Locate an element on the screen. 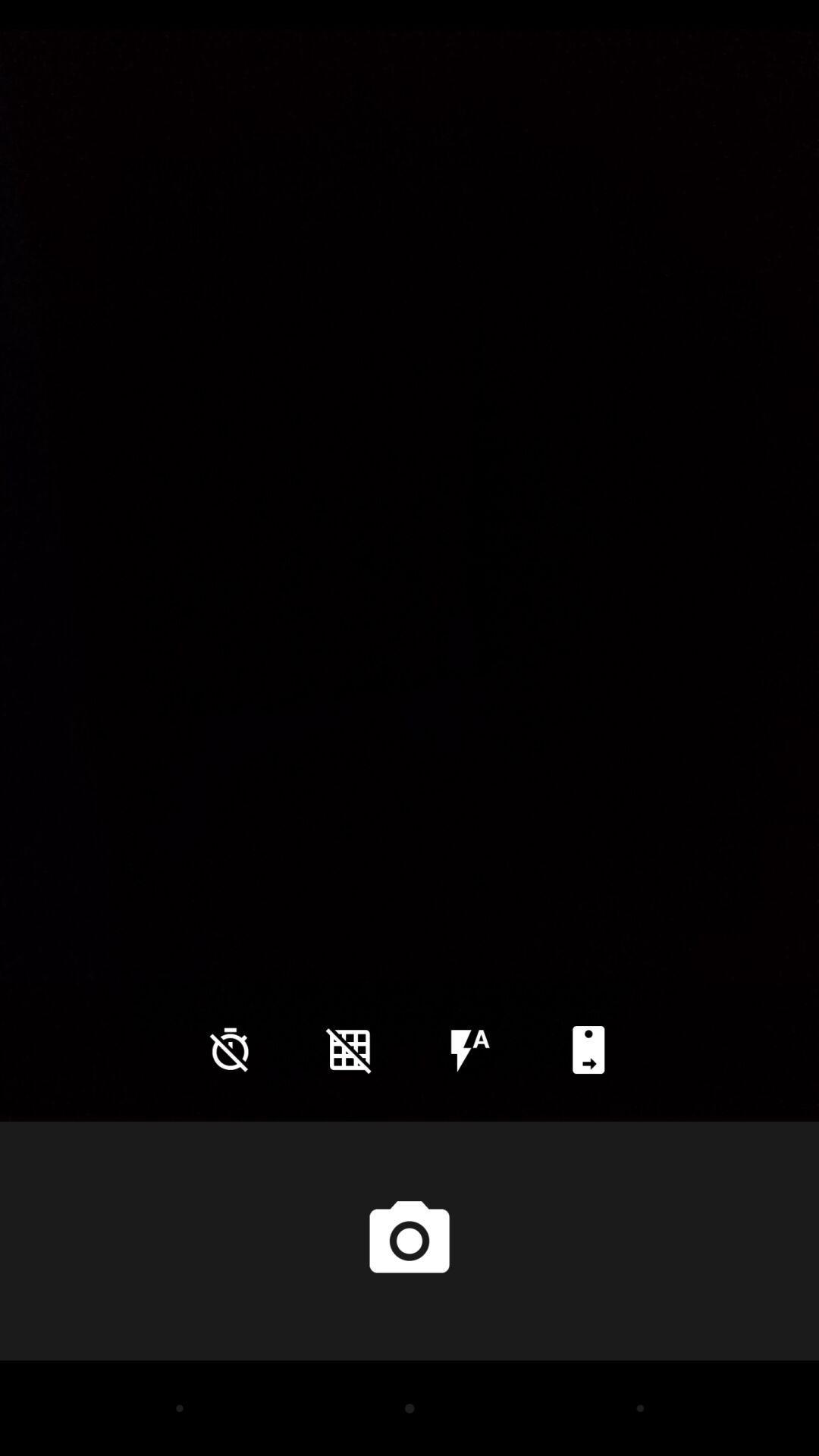 The image size is (819, 1456). the flash icon is located at coordinates (468, 1049).